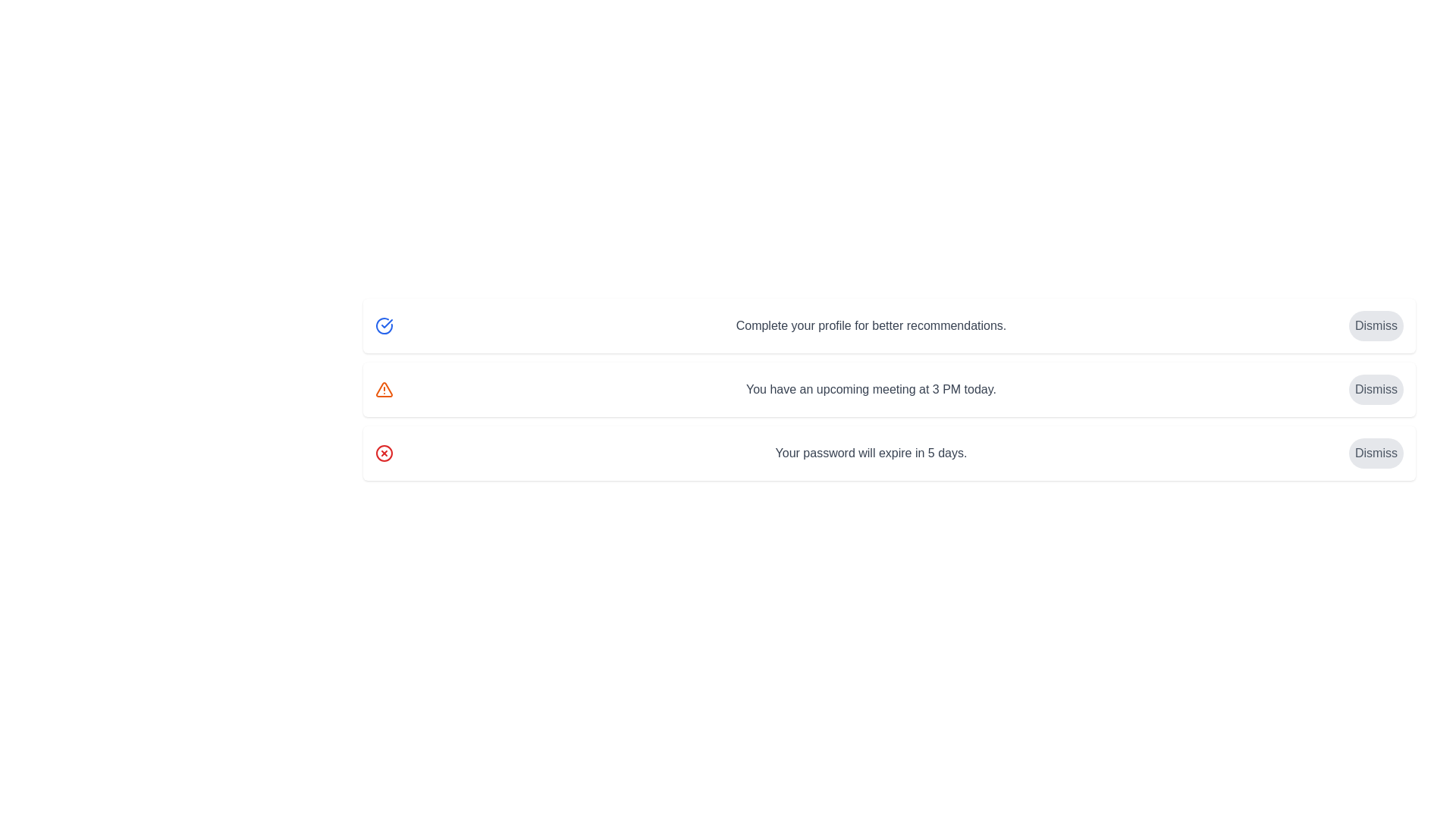 The image size is (1456, 819). Describe the element at coordinates (1376, 388) in the screenshot. I see `dismiss button corresponding to the alert with text 'You have an upcoming meeting at 3 PM today.'` at that location.